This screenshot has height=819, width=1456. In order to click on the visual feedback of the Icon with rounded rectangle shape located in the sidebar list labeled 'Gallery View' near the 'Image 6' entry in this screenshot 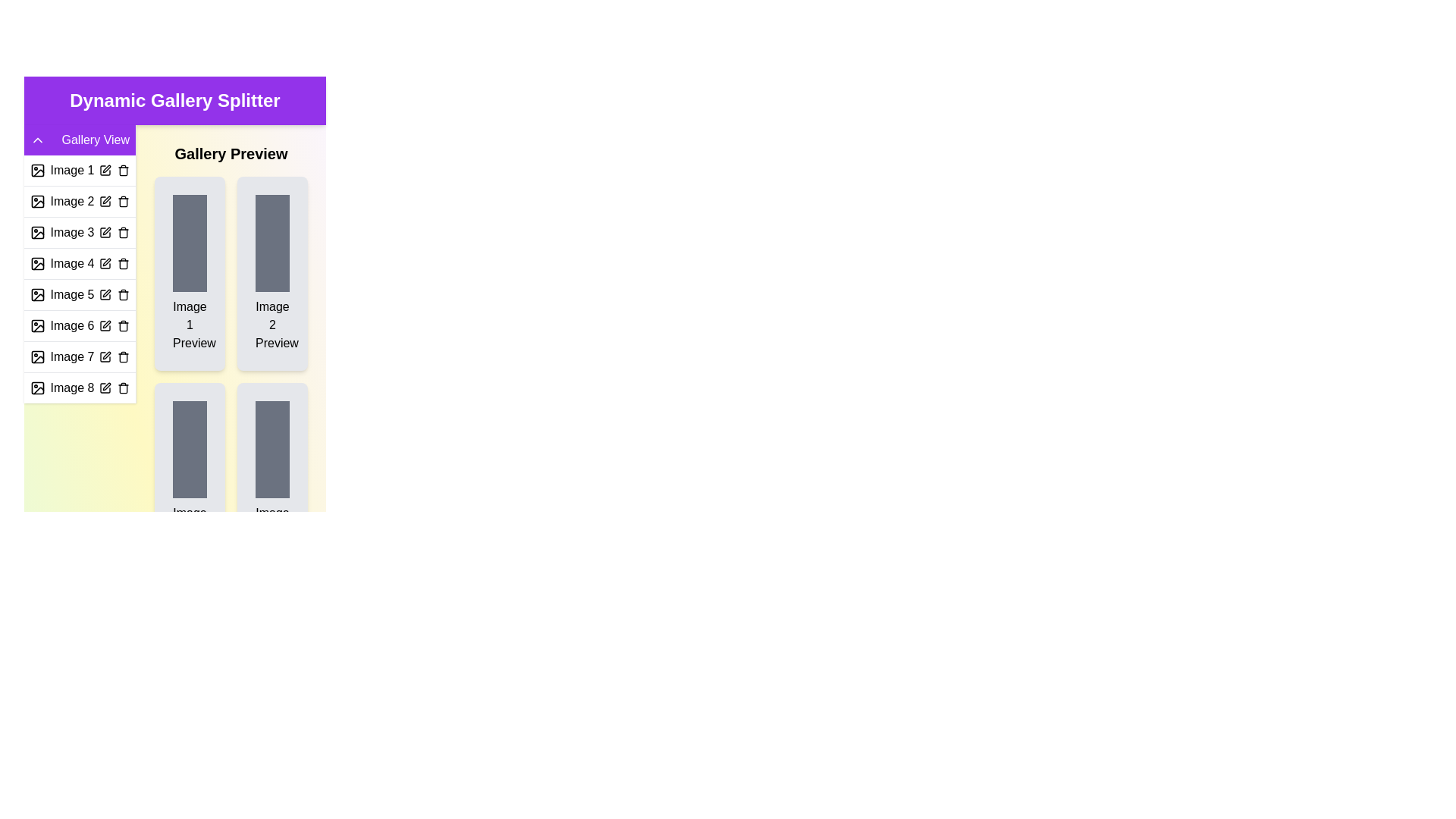, I will do `click(37, 325)`.